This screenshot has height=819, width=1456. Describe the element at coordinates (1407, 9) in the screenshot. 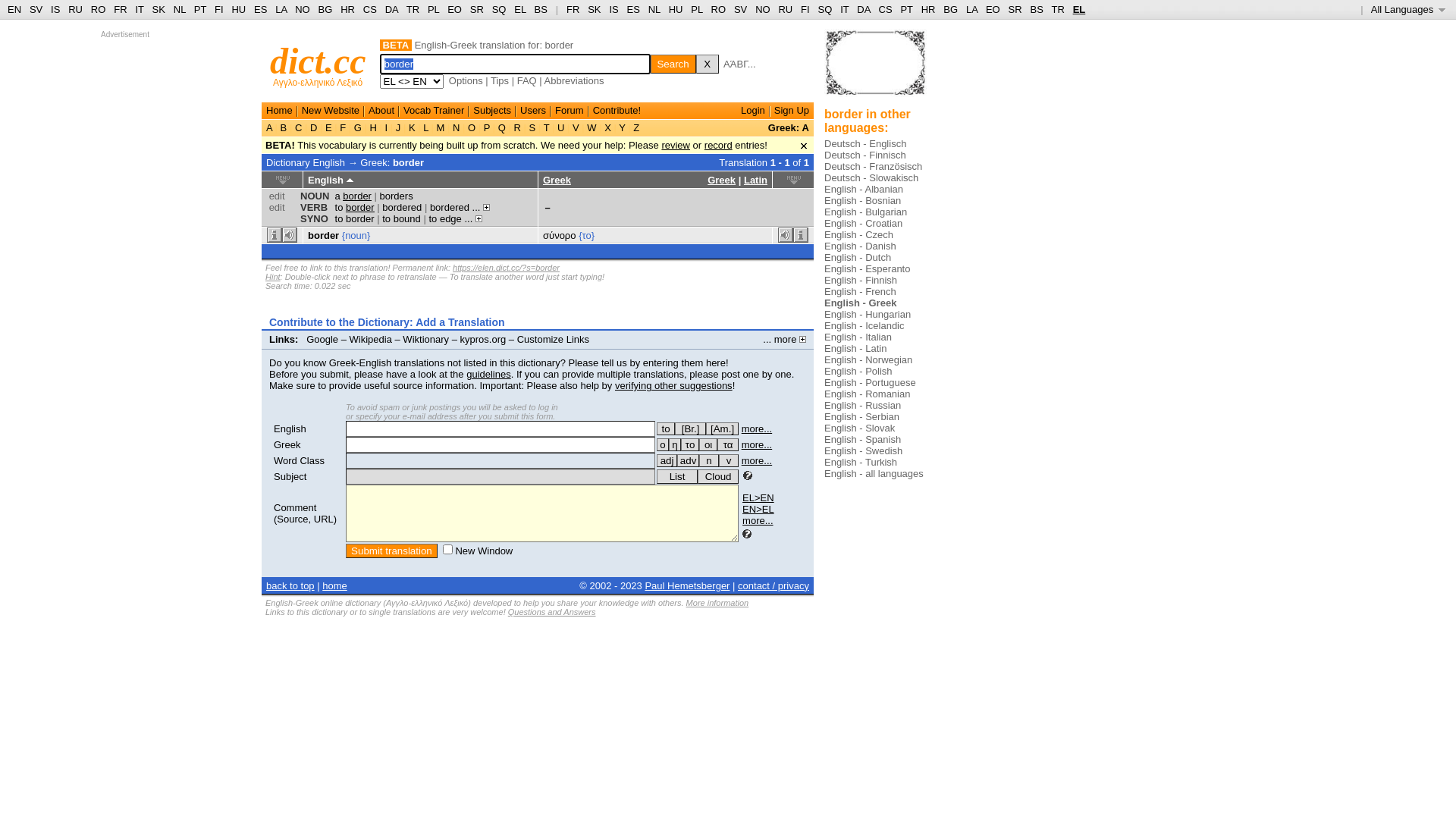

I see `'All Languages '` at that location.